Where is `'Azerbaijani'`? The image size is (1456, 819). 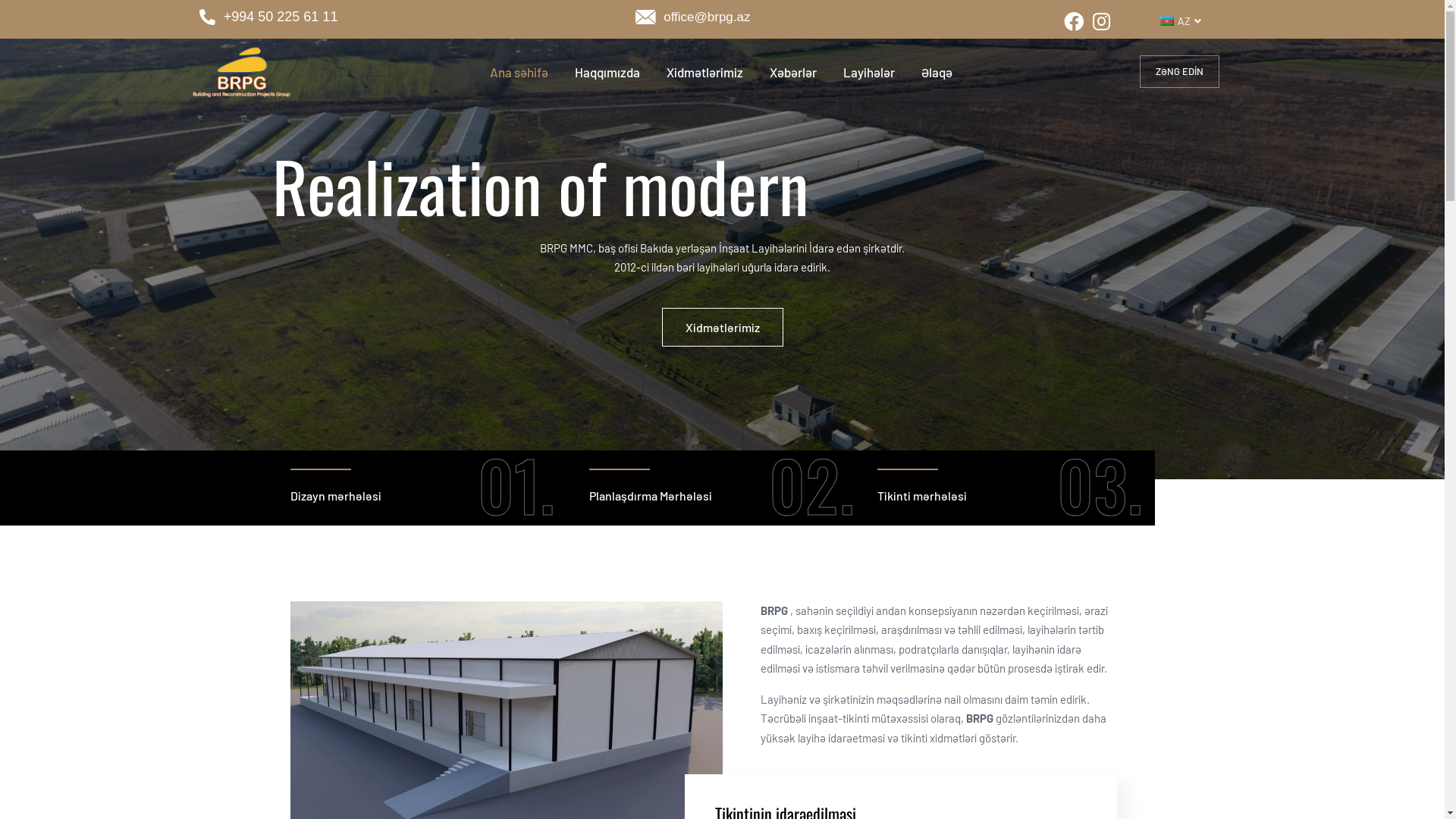 'Azerbaijani' is located at coordinates (1159, 20).